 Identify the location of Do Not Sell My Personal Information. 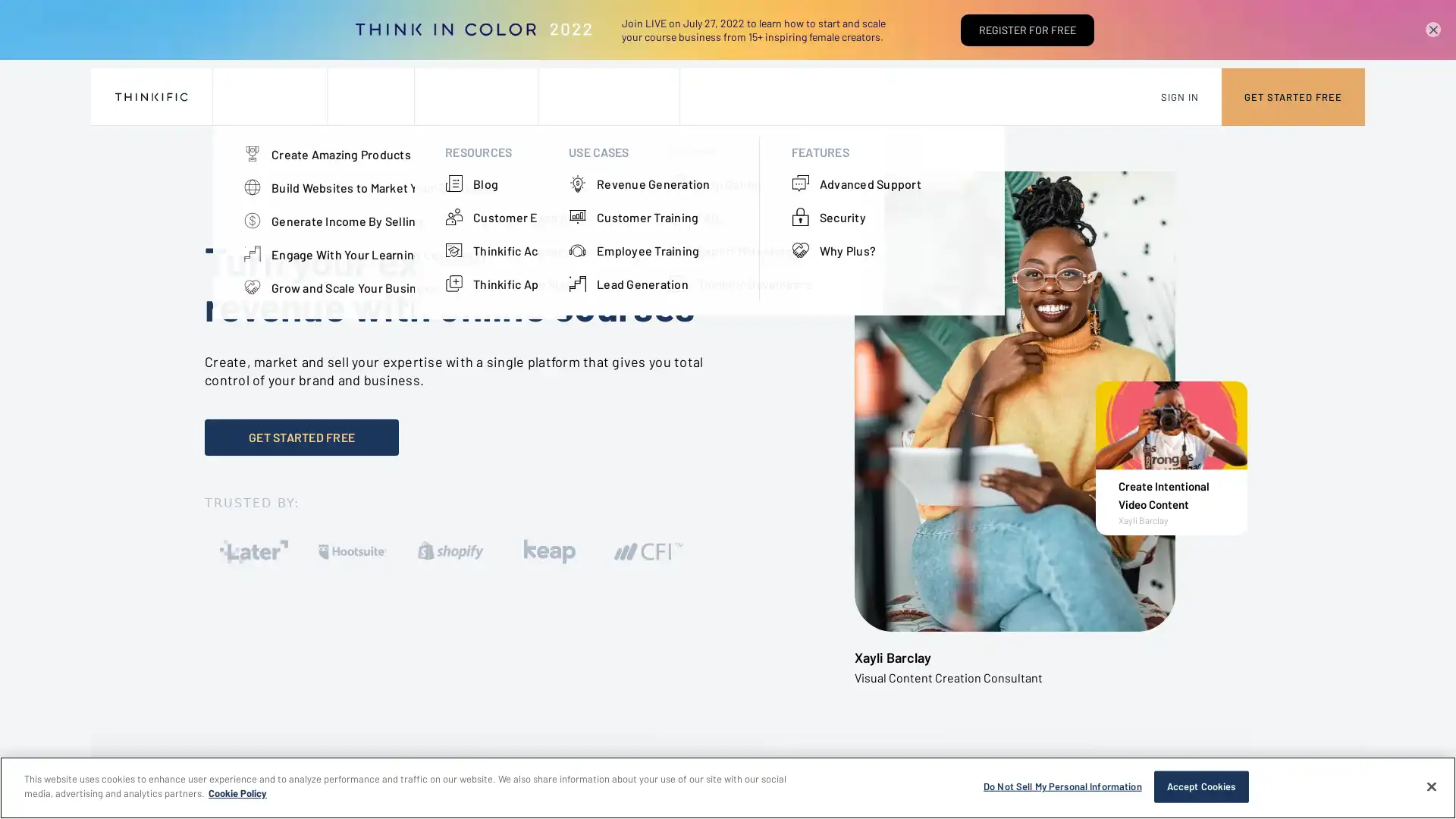
(1062, 786).